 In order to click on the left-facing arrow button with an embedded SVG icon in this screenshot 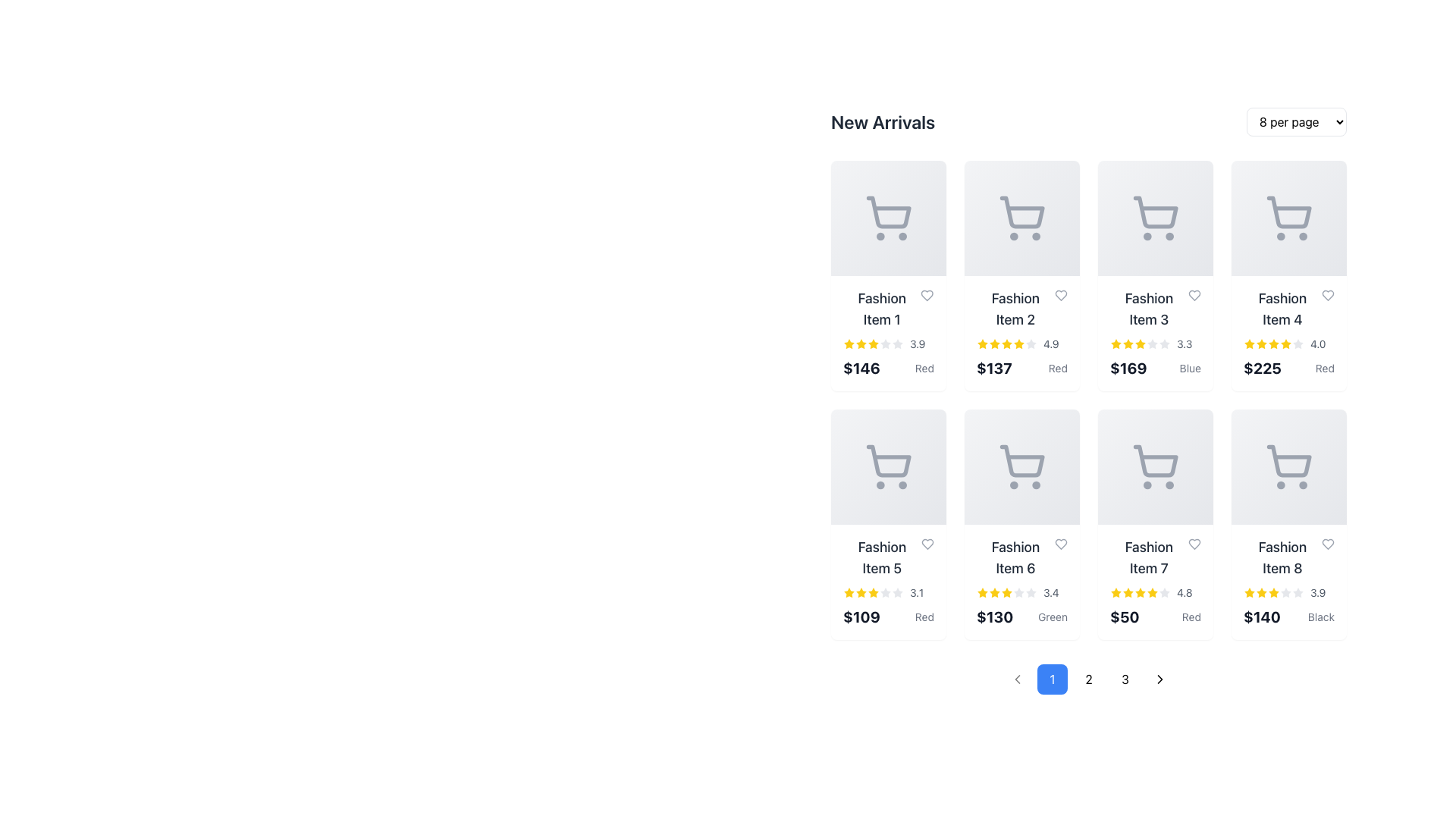, I will do `click(1018, 678)`.